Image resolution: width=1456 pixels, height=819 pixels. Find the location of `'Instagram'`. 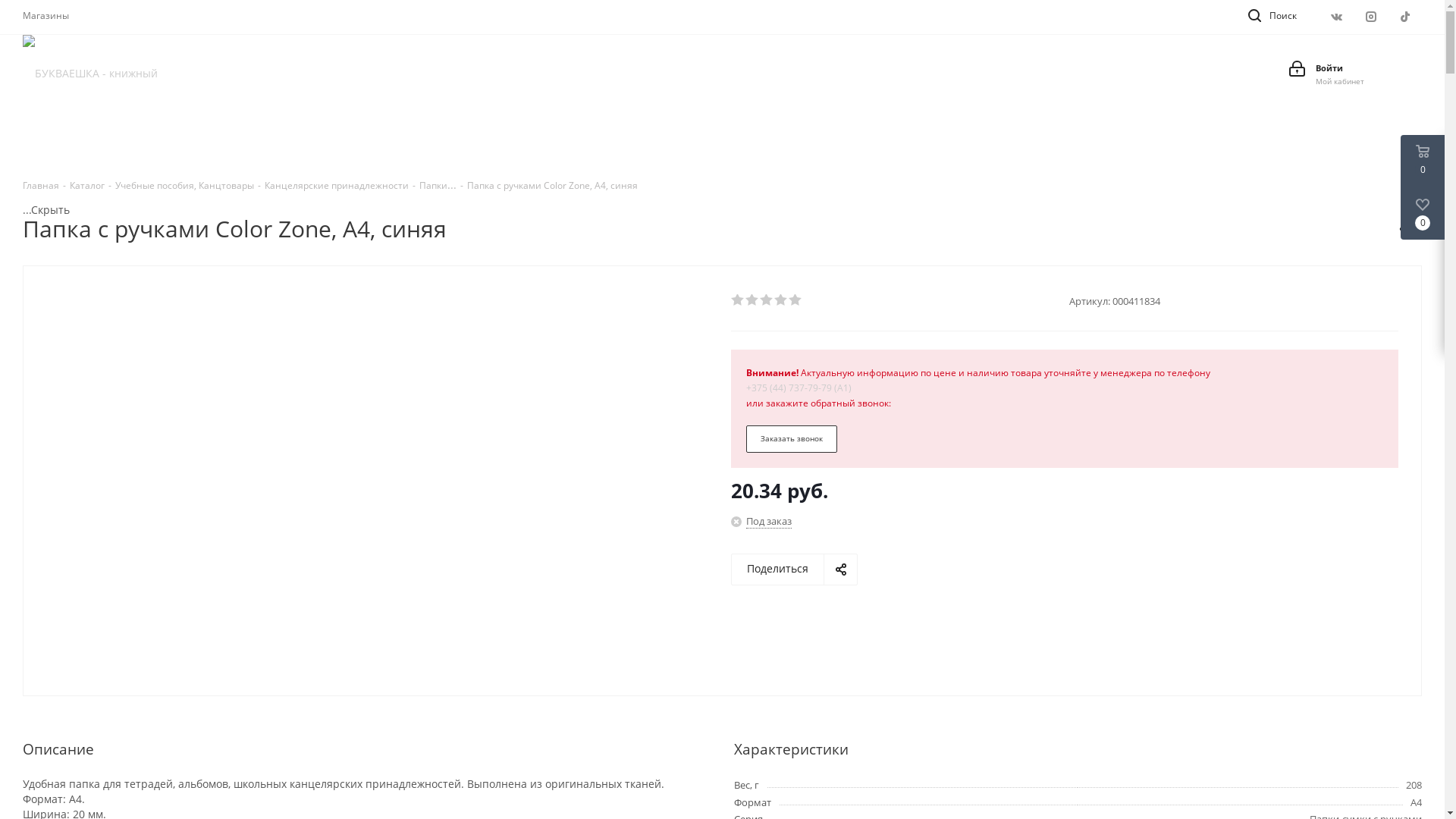

'Instagram' is located at coordinates (1370, 17).